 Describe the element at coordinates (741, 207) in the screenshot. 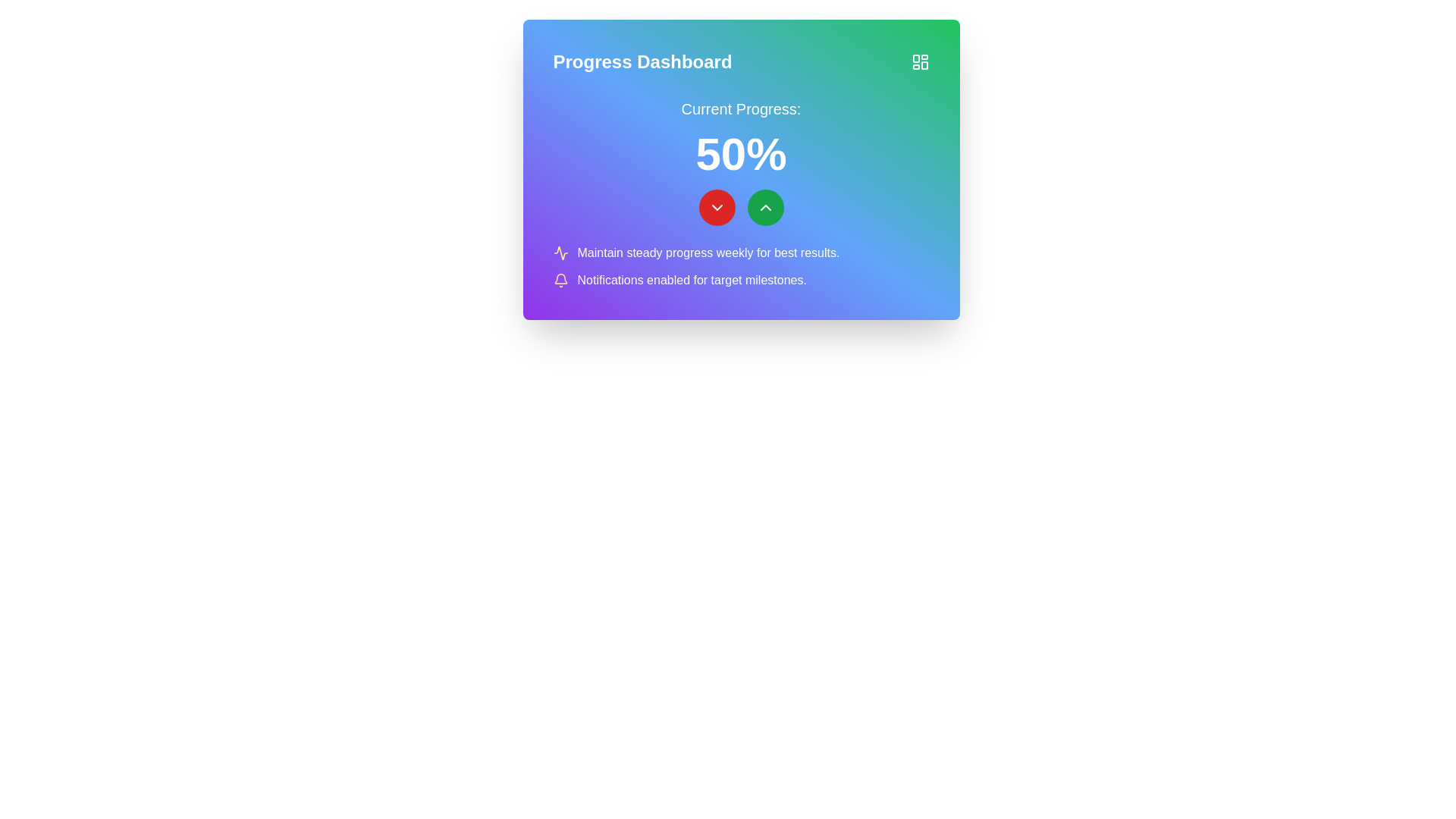

I see `the green button in the button group below the '50%' text in the 'Current Progress' section` at that location.